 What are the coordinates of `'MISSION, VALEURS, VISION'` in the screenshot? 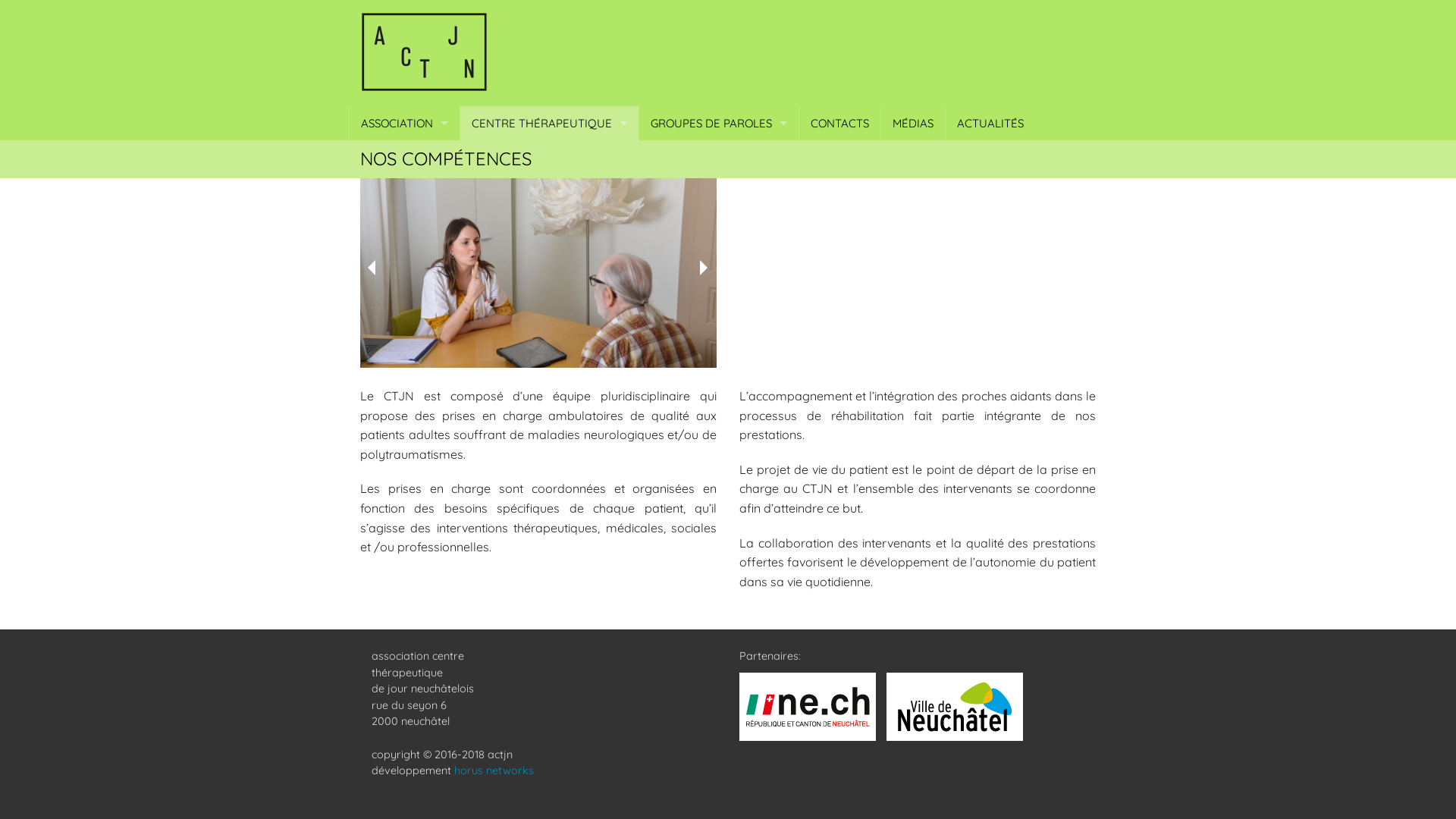 It's located at (404, 157).